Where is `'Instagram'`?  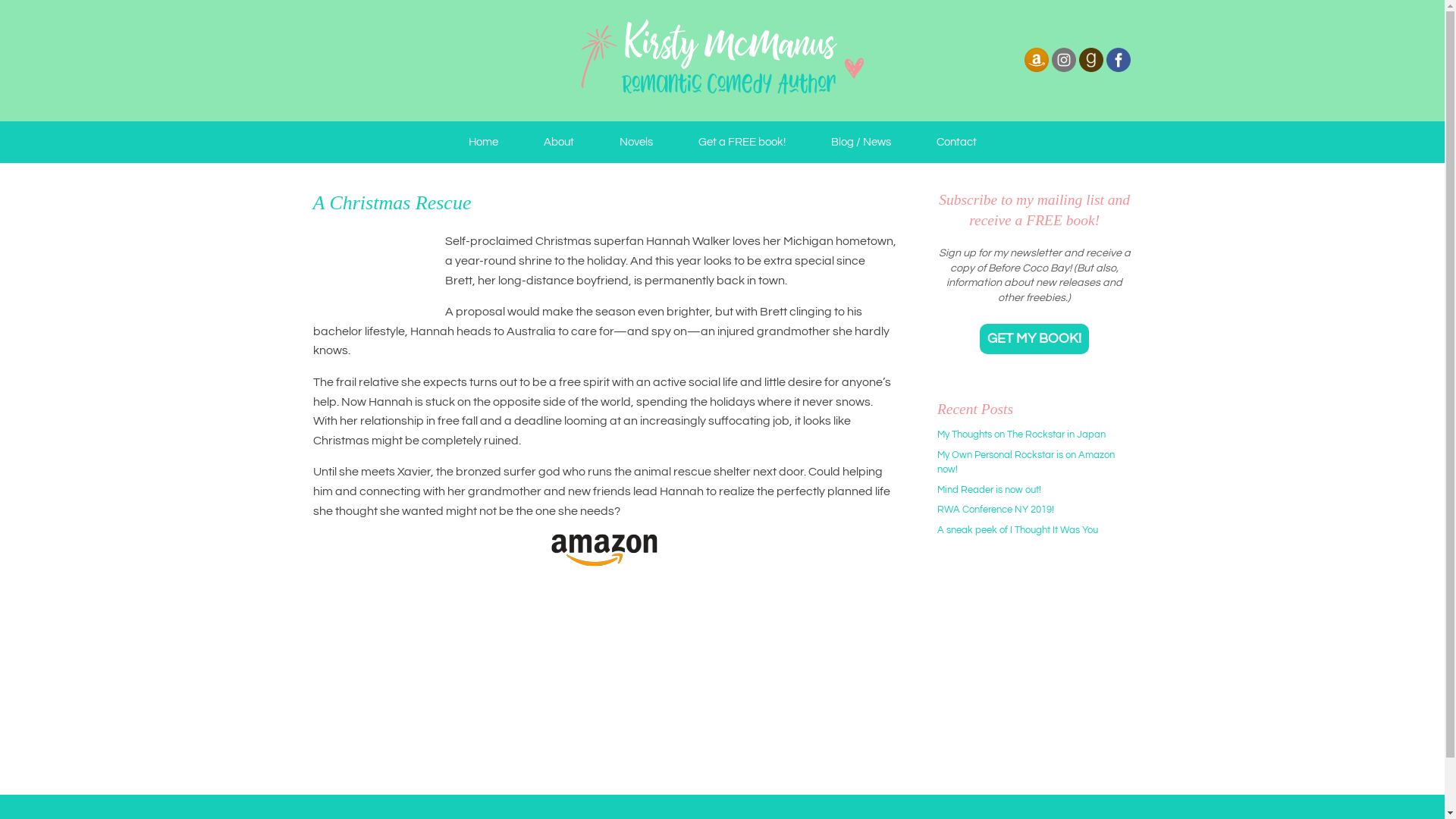 'Instagram' is located at coordinates (1062, 70).